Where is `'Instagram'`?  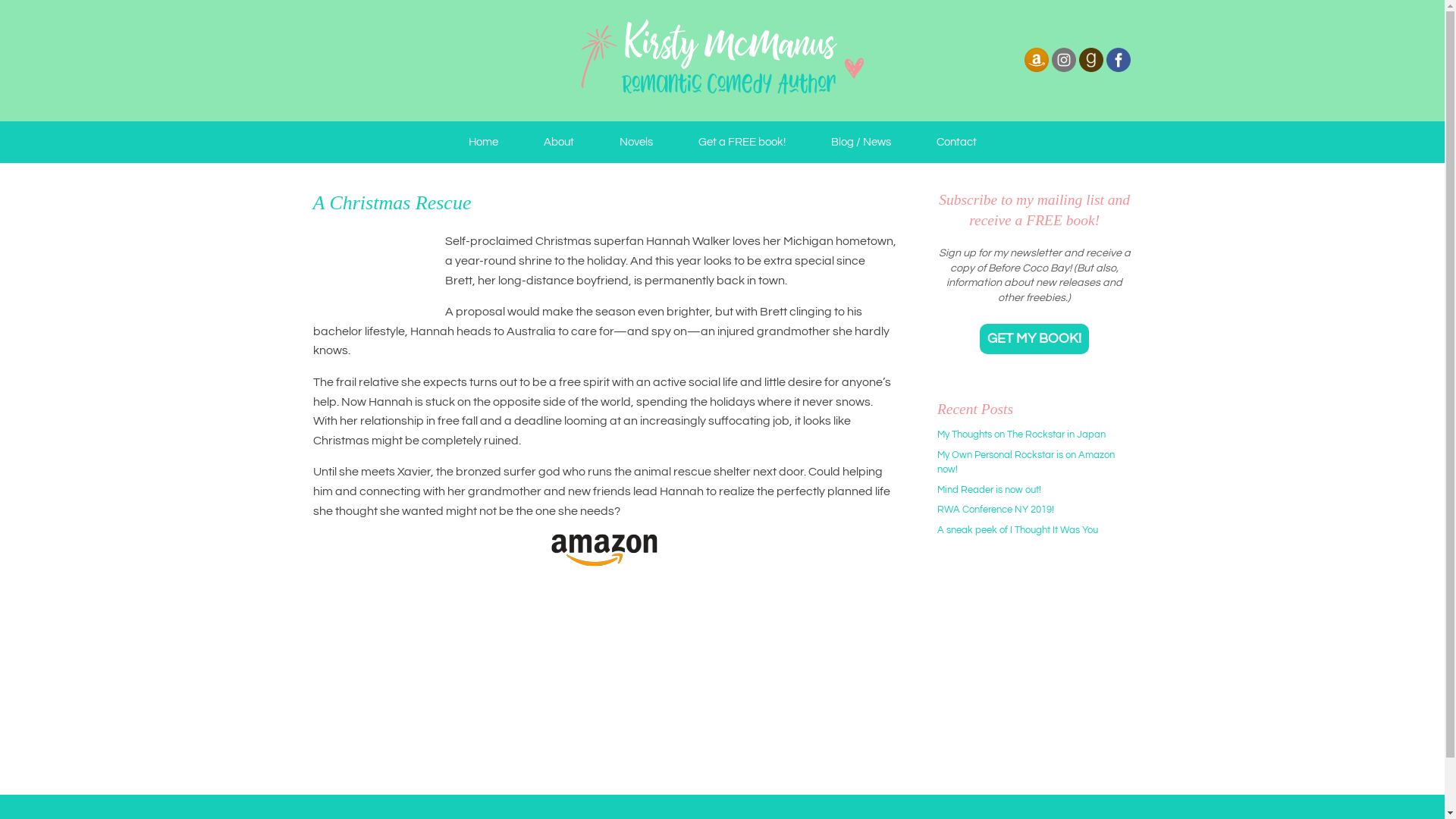 'Instagram' is located at coordinates (1062, 70).